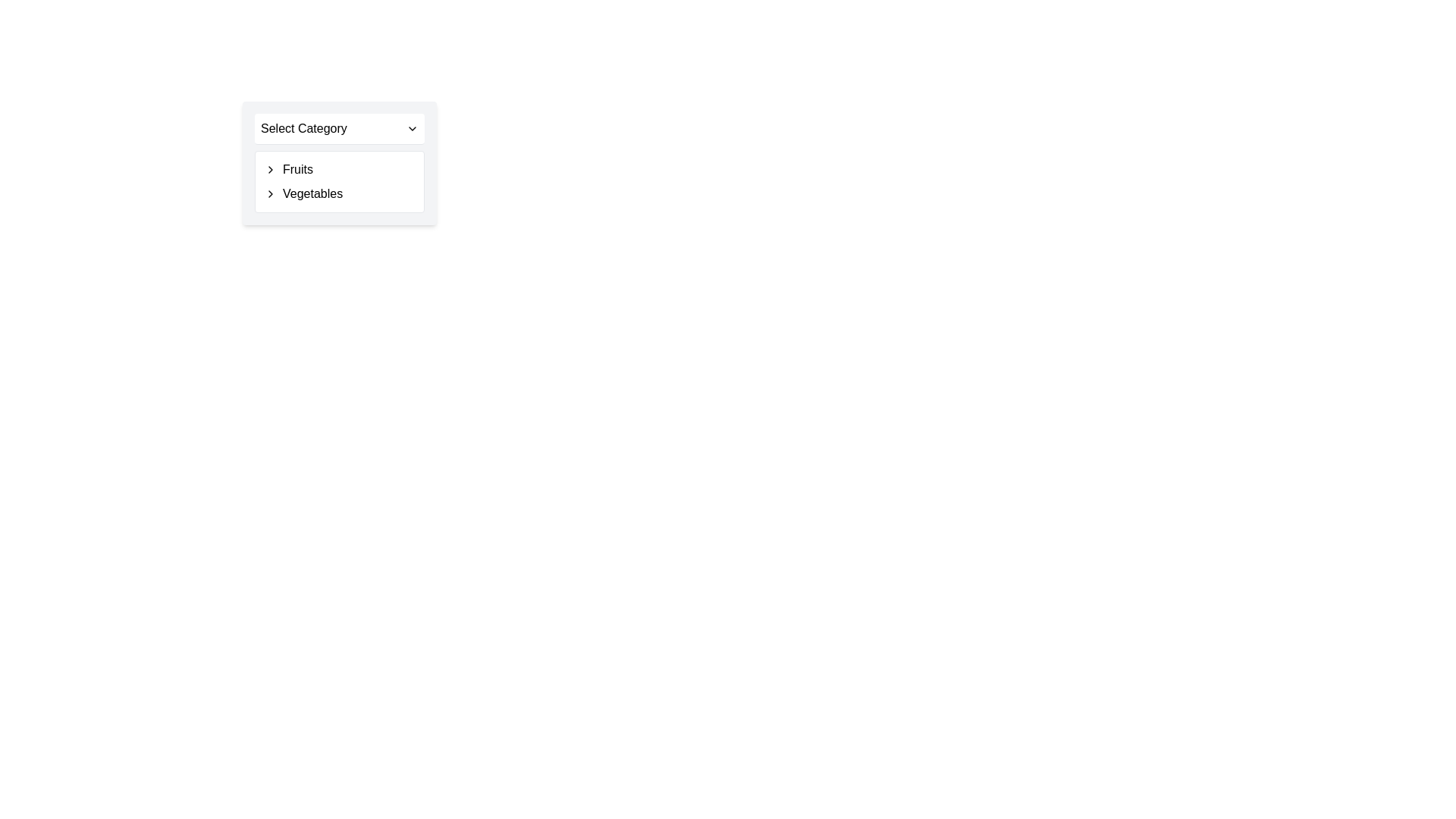  What do you see at coordinates (338, 193) in the screenshot?
I see `the second item in the vertical list labeled 'Select Category', which displays the text 'Vegetables' next to a right-pointing chevron` at bounding box center [338, 193].